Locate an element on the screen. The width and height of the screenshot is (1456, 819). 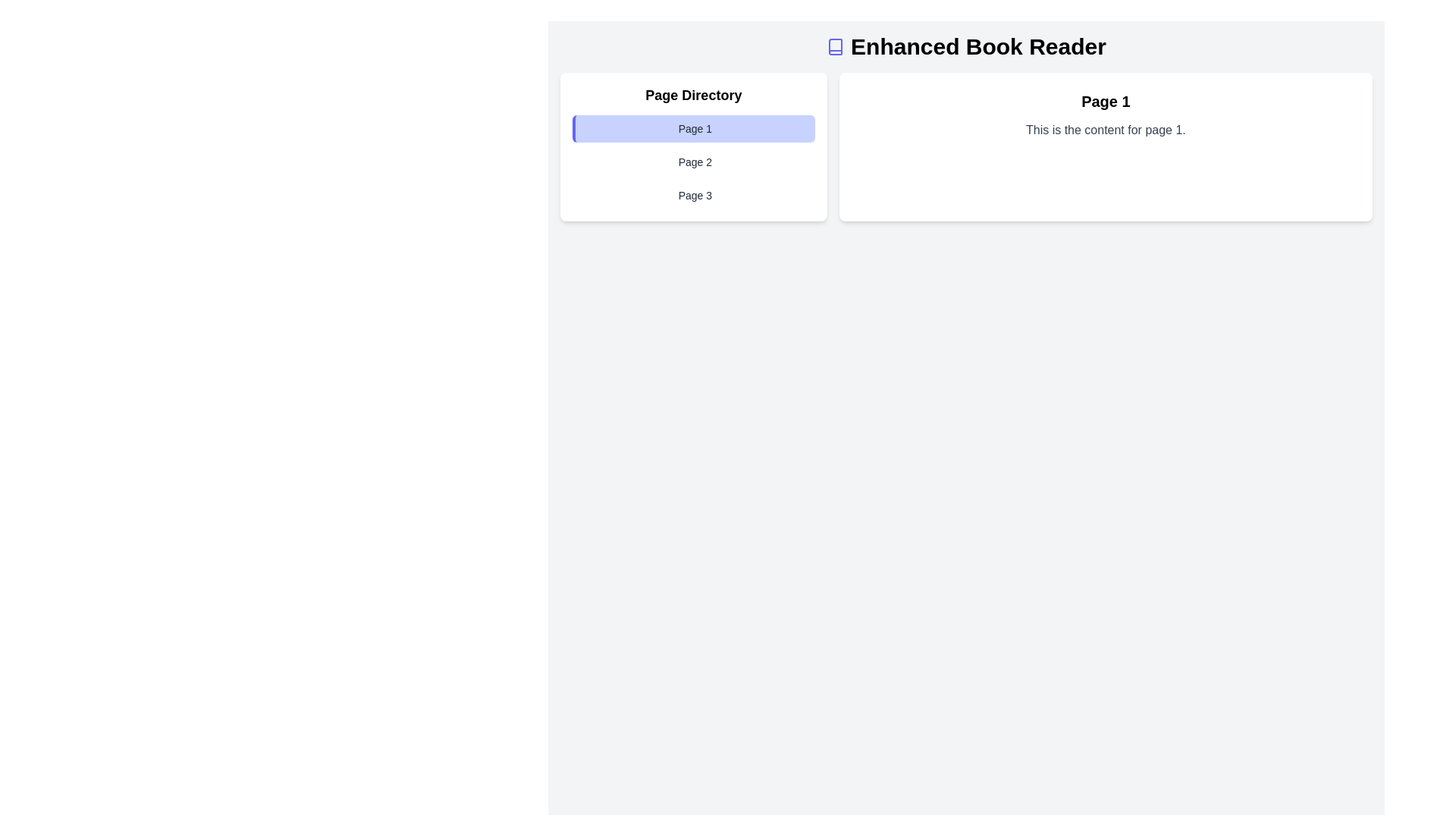
the decorative vector icon representing a book or a library, located near the text 'Enhanced Book Reader' in the header section is located at coordinates (835, 45).